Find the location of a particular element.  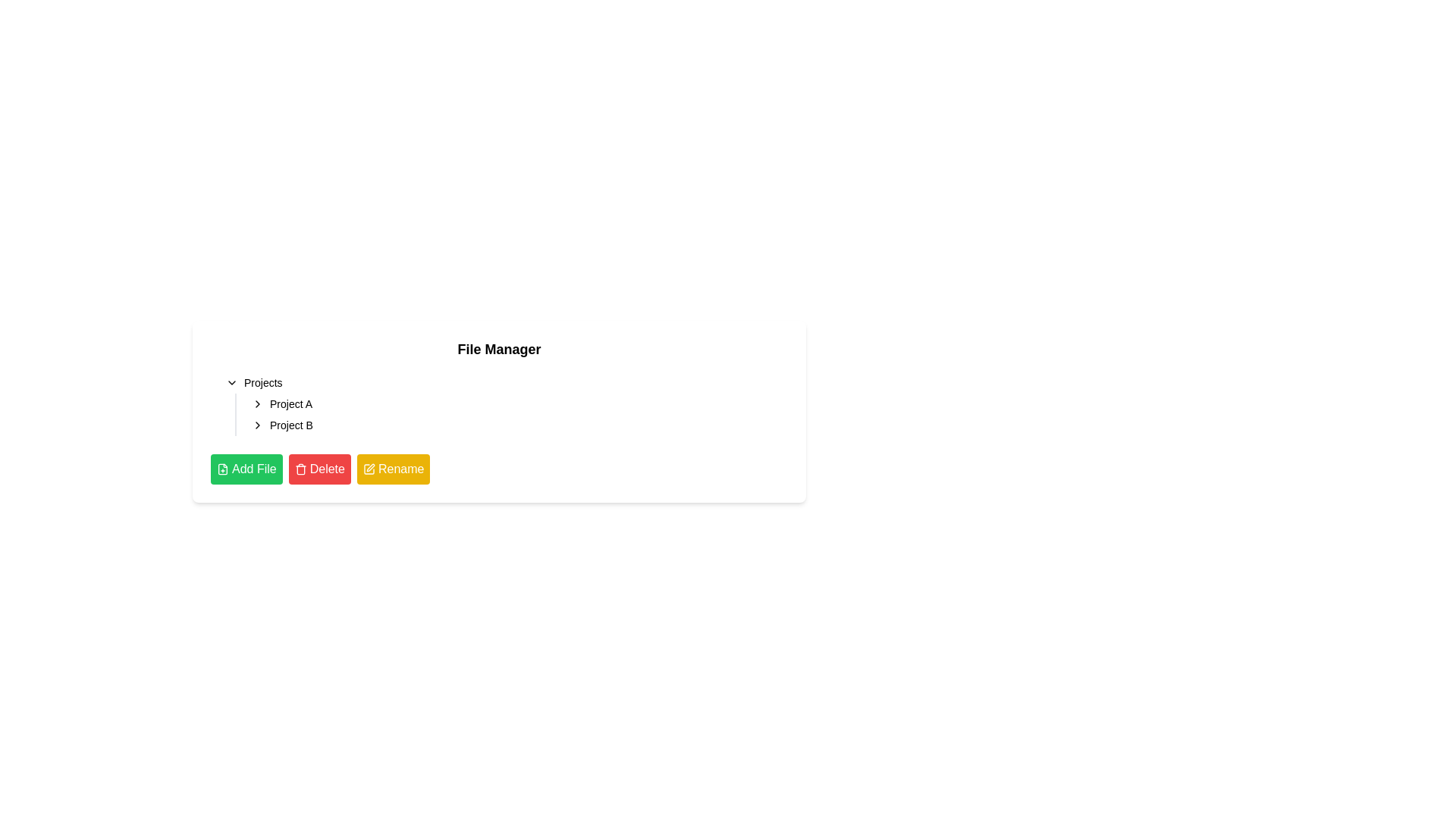

the renaming icon located to the left of the 'Rename' button in the file manager interface is located at coordinates (369, 468).